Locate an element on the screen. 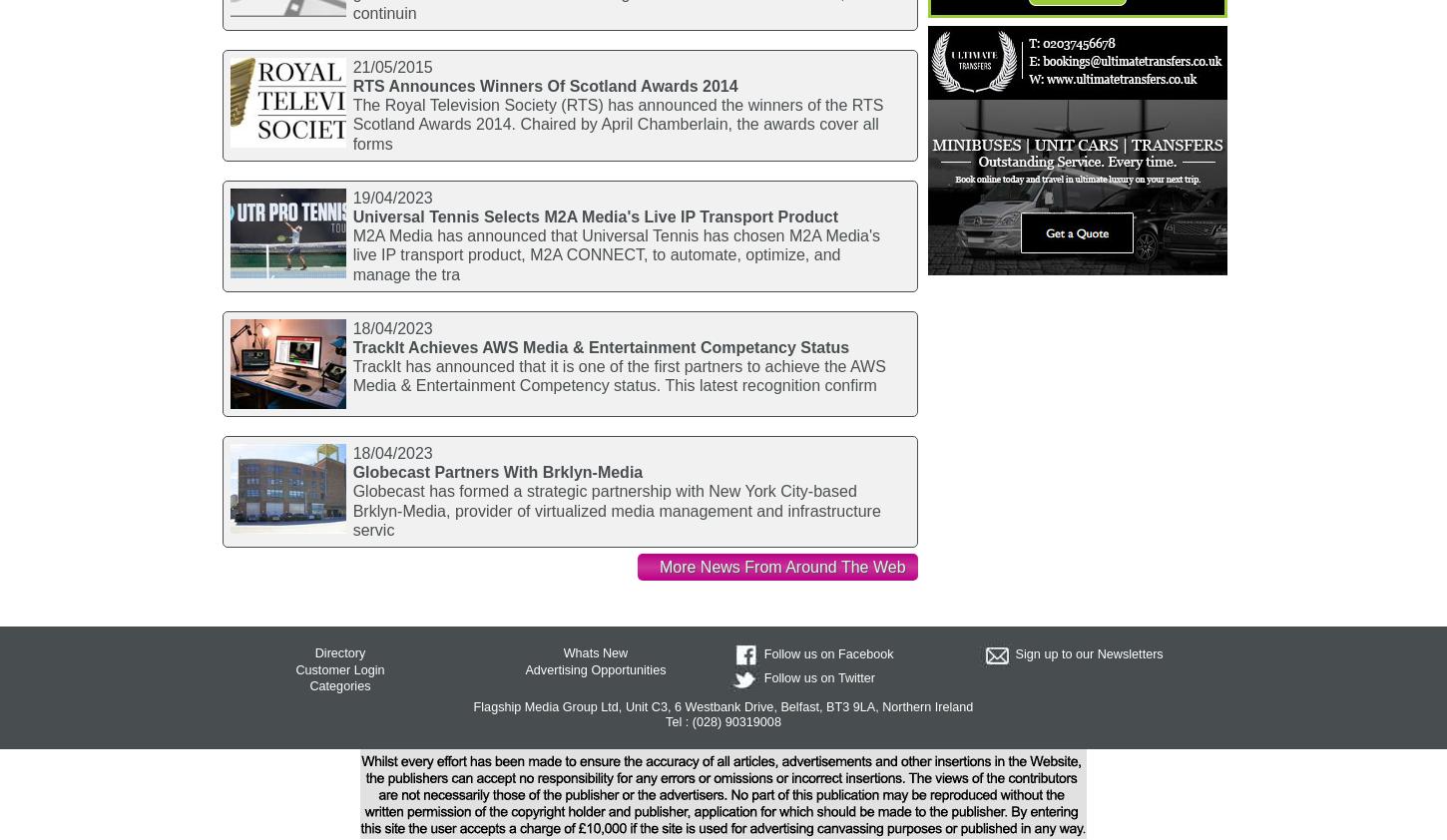 The width and height of the screenshot is (1447, 840). 'Advertising Opportunities' is located at coordinates (595, 668).